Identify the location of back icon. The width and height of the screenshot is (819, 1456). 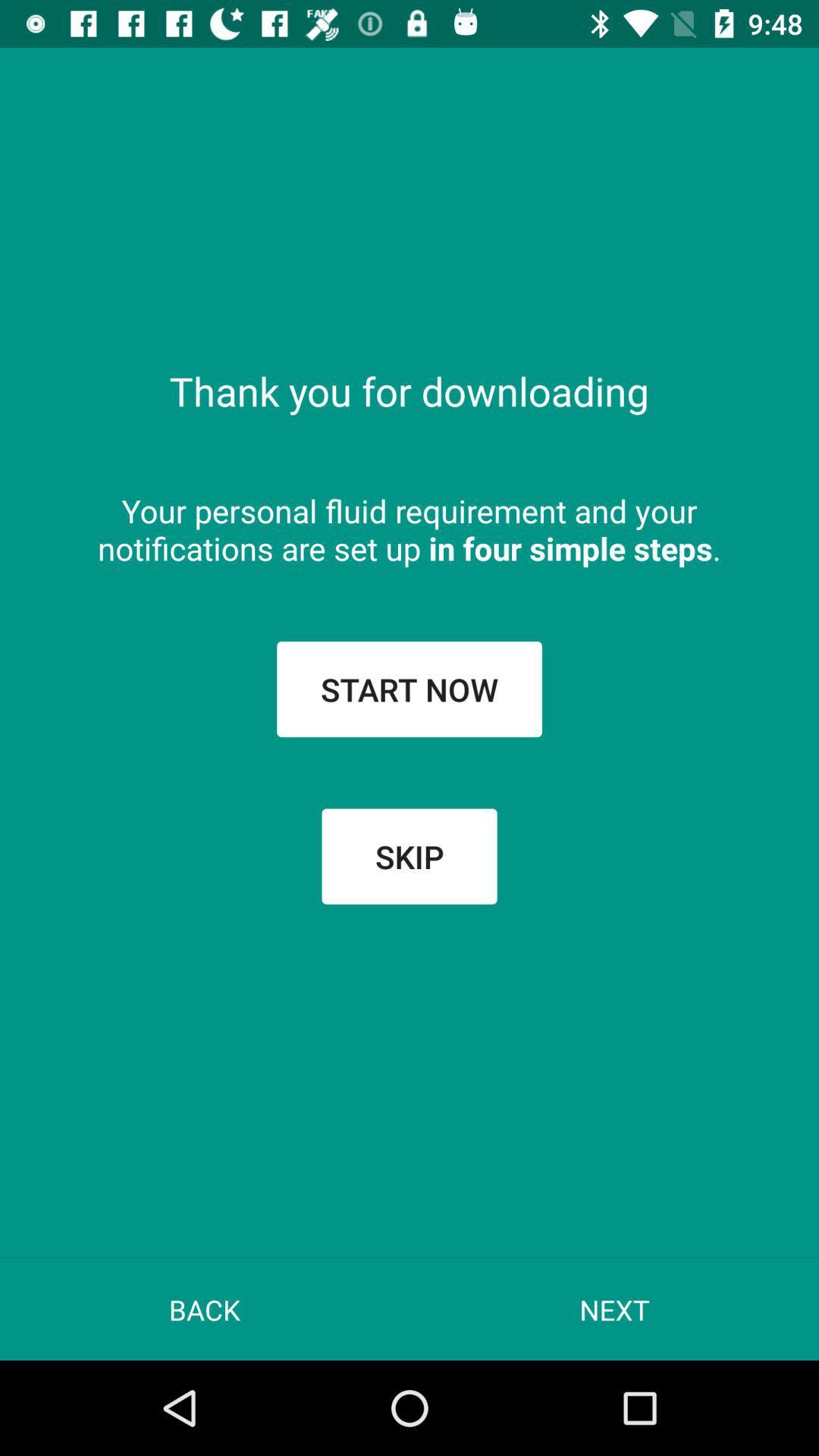
(205, 1309).